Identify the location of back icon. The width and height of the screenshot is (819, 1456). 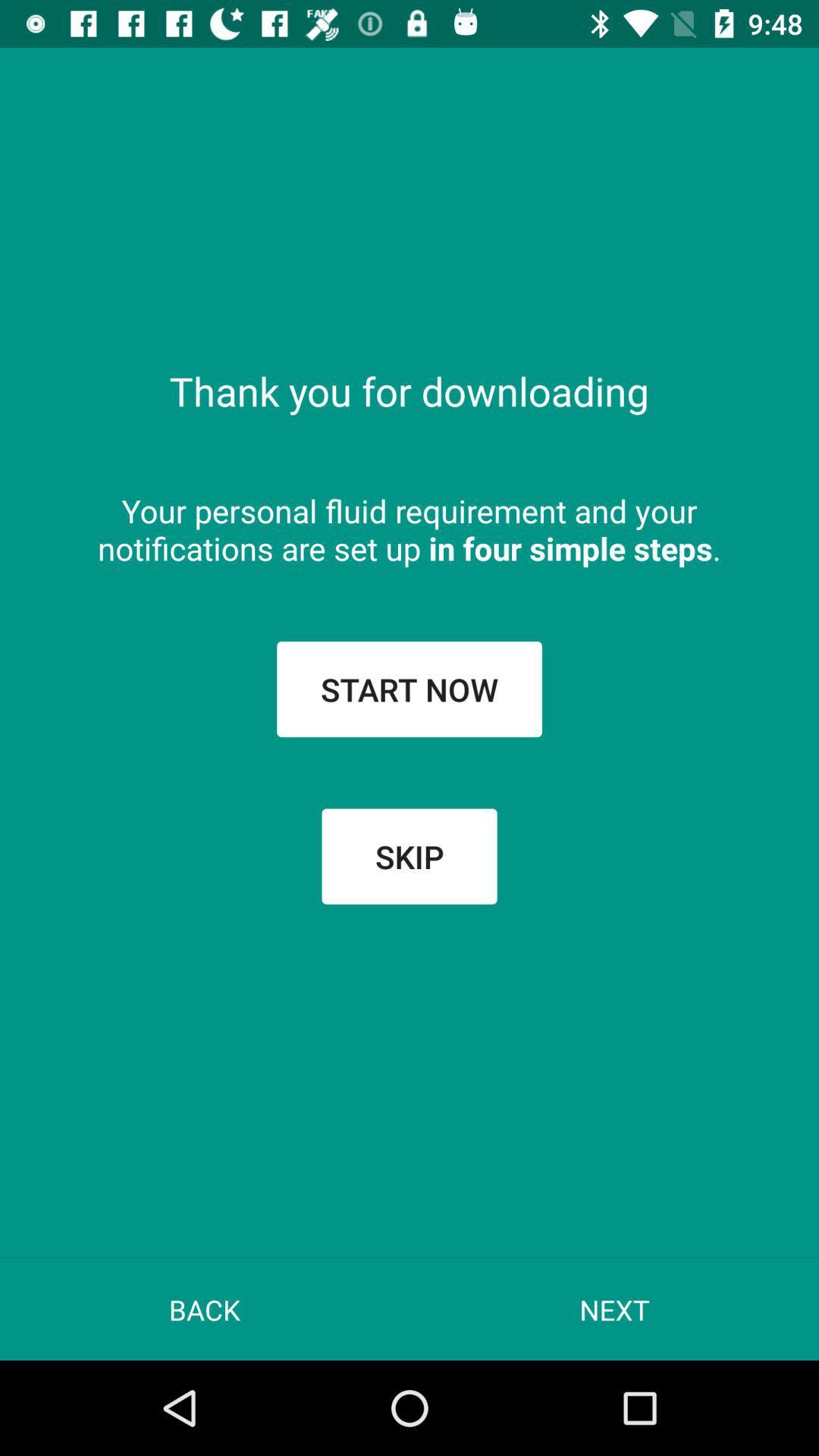
(205, 1309).